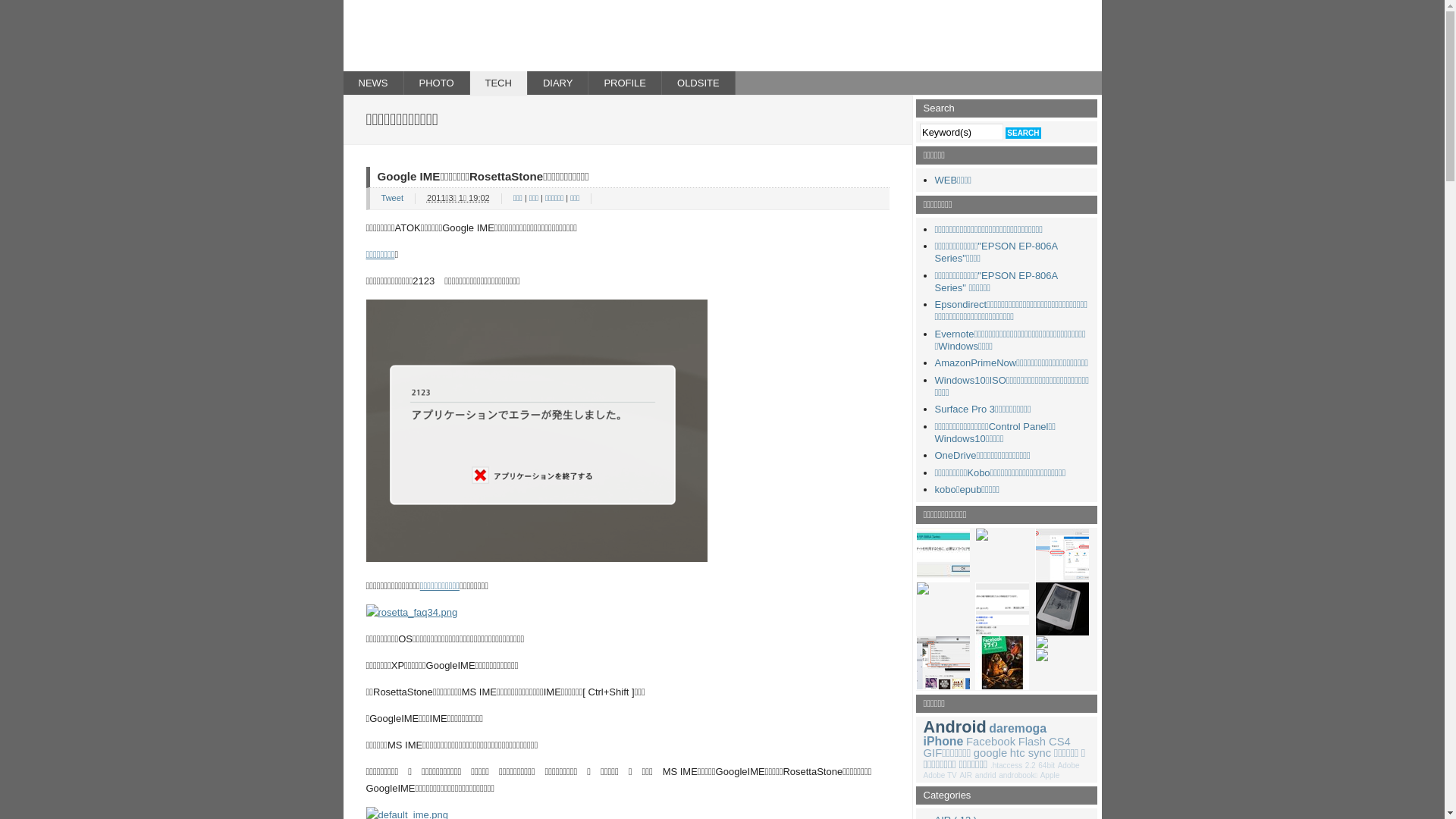  Describe the element at coordinates (939, 775) in the screenshot. I see `'Adobe TV'` at that location.